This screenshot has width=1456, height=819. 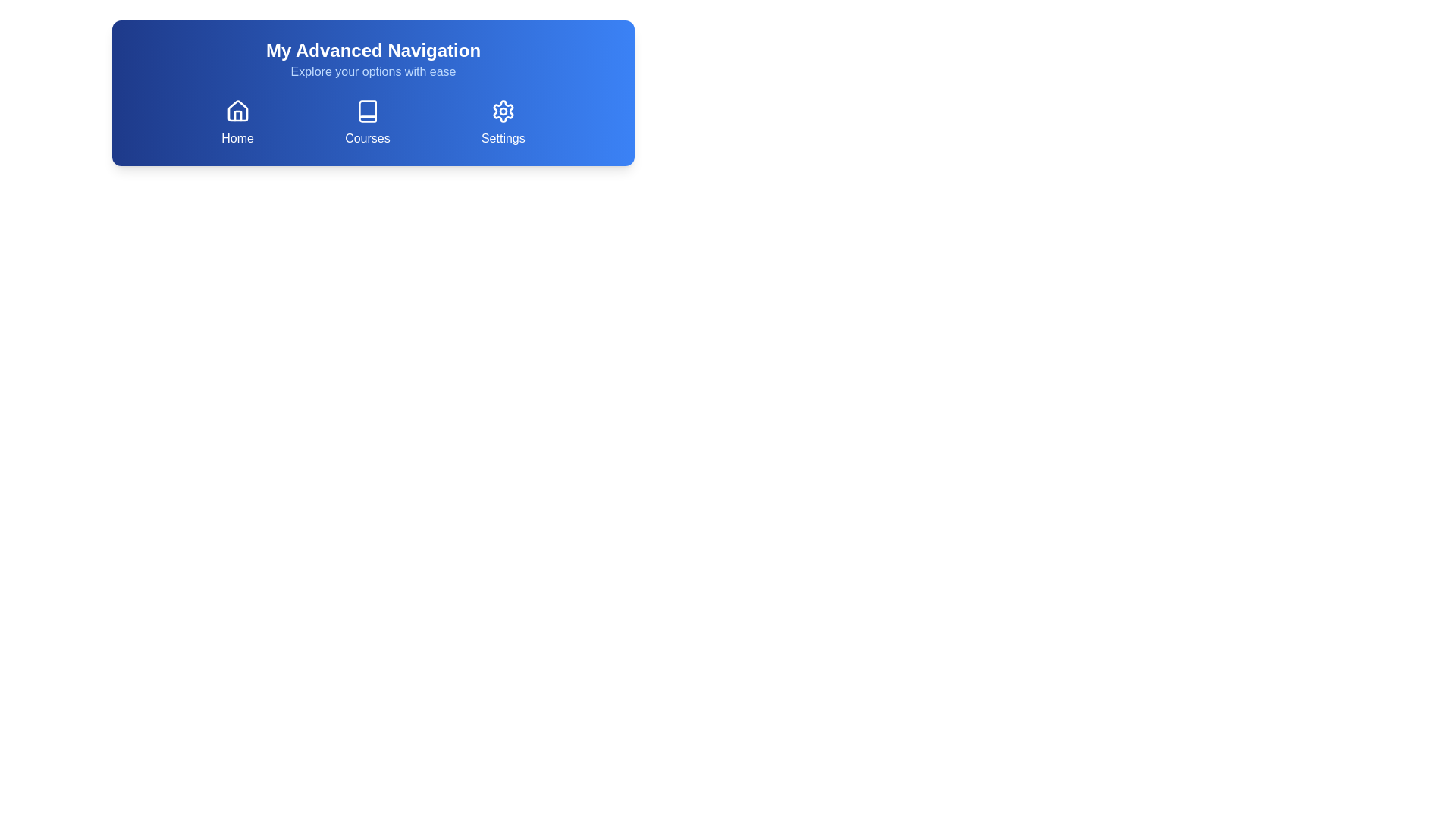 What do you see at coordinates (237, 122) in the screenshot?
I see `the 'Home' navigational button located at the leftmost position in the horizontal navigation bar` at bounding box center [237, 122].